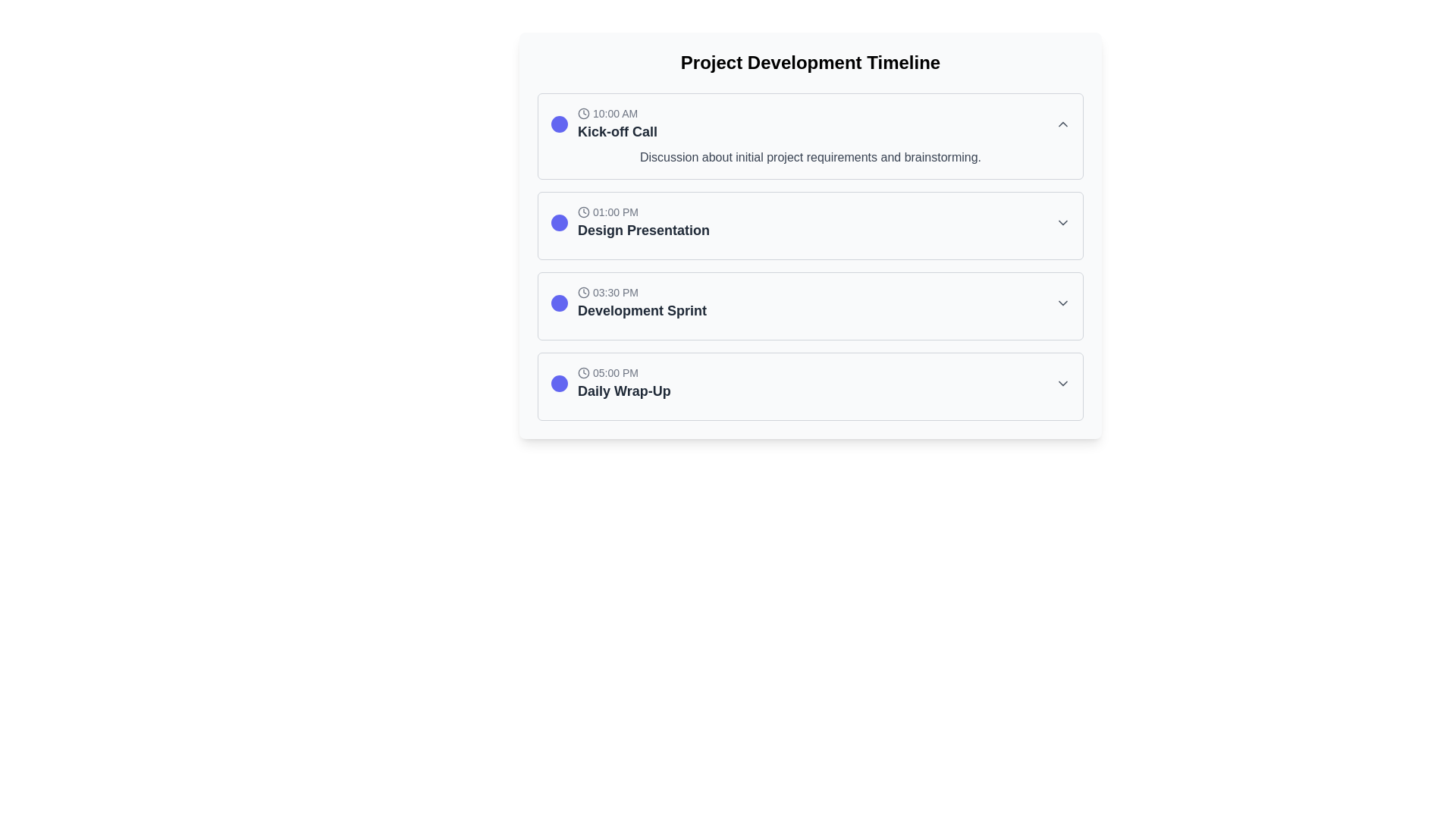 The image size is (1456, 819). Describe the element at coordinates (810, 303) in the screenshot. I see `the third Expandable List Item in the 'Project Development Timeline' section` at that location.